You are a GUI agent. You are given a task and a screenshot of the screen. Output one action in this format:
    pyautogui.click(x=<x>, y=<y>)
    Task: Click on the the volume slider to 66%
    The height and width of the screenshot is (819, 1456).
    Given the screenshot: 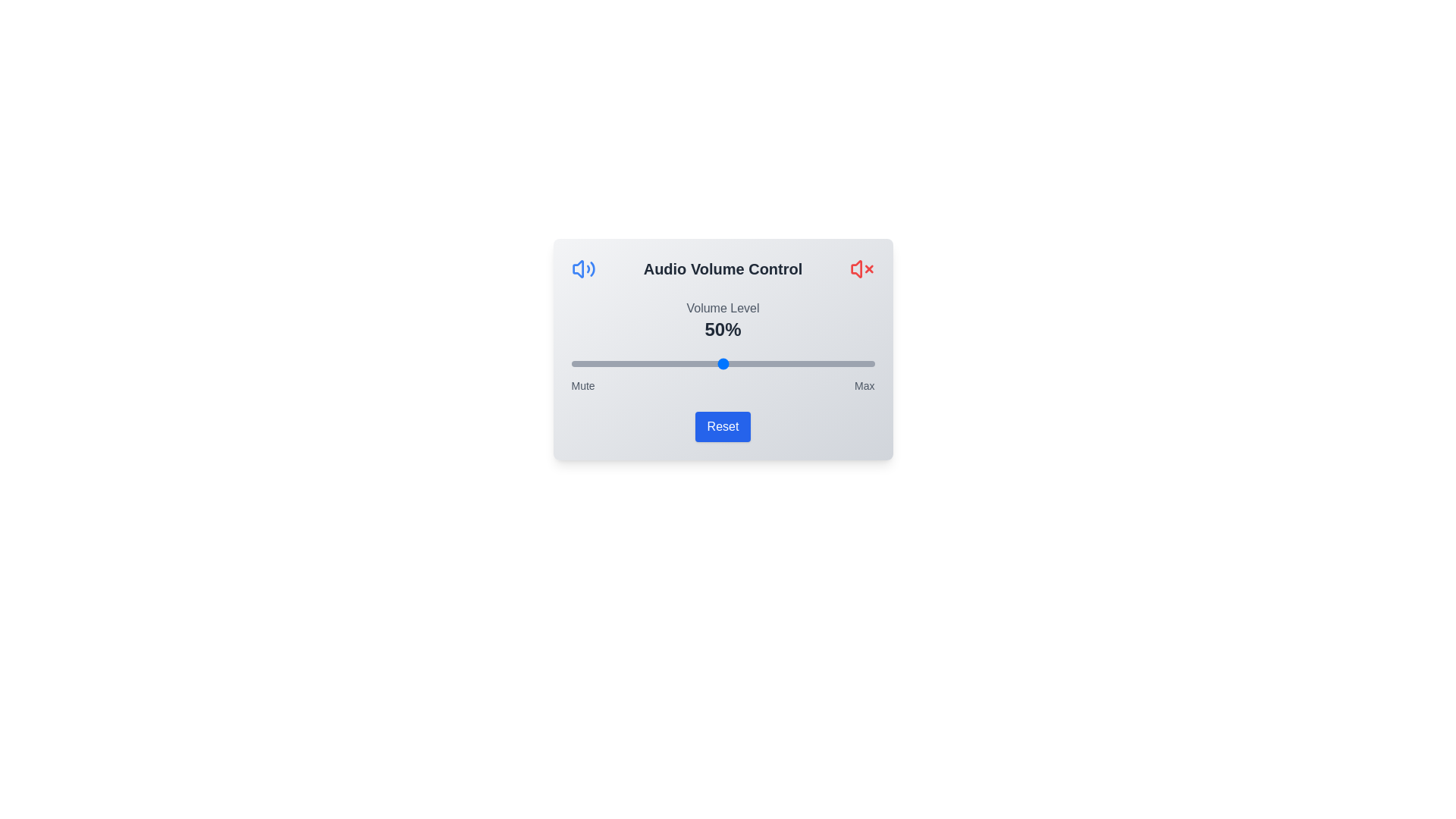 What is the action you would take?
    pyautogui.click(x=771, y=363)
    